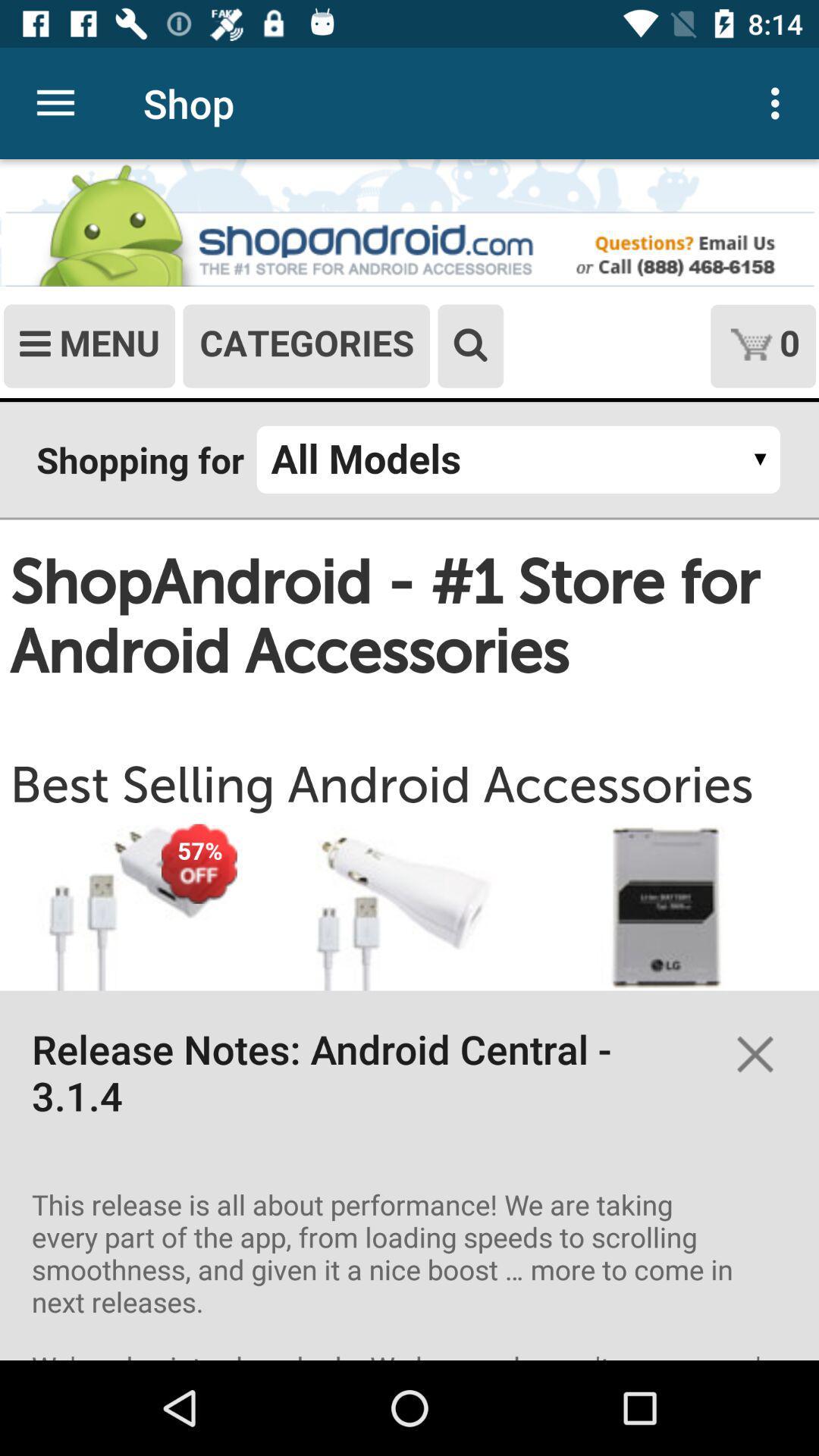 The height and width of the screenshot is (1456, 819). What do you see at coordinates (755, 1053) in the screenshot?
I see `this pop-up` at bounding box center [755, 1053].